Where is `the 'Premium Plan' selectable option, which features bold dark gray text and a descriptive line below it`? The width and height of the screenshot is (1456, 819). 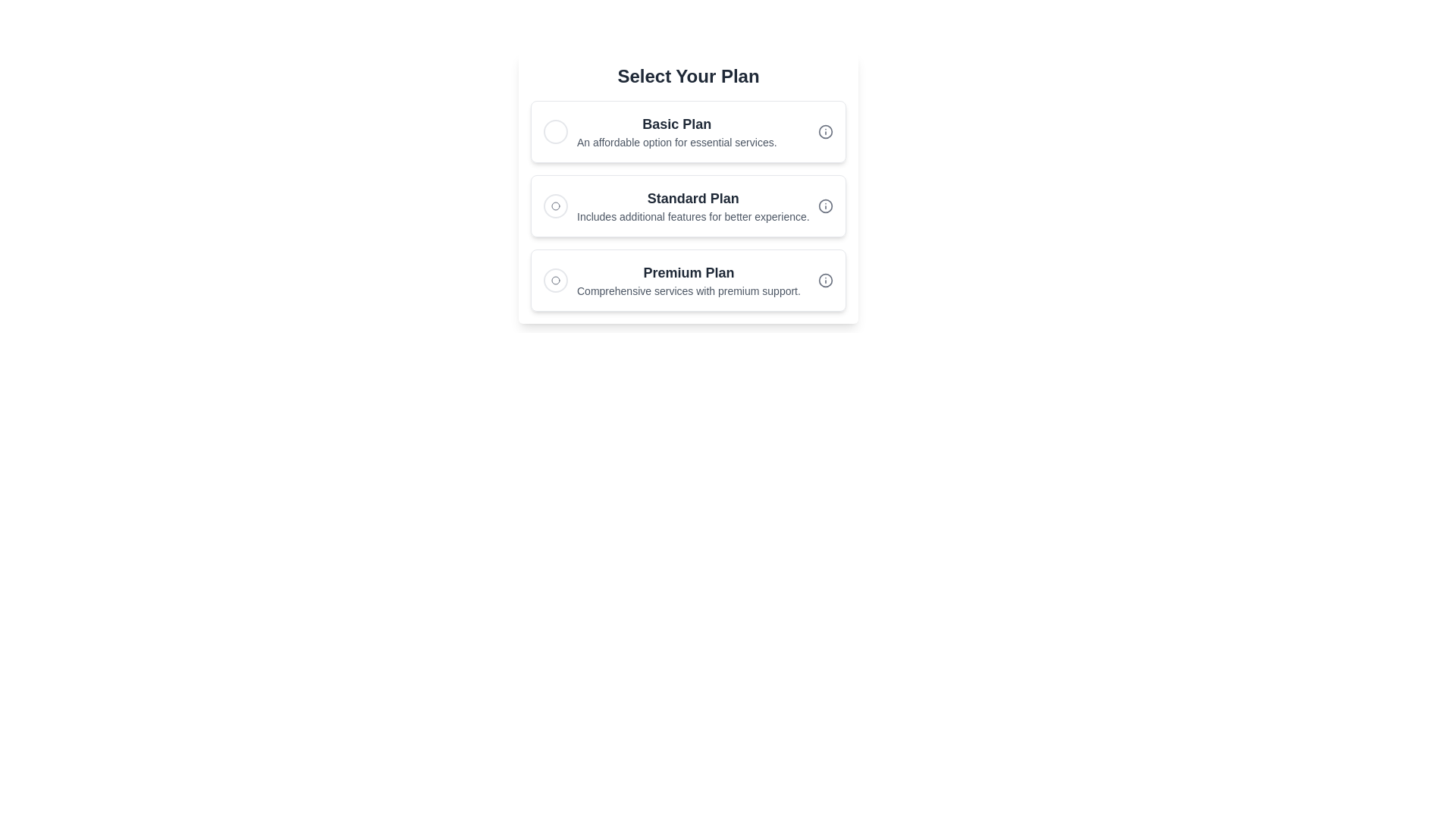
the 'Premium Plan' selectable option, which features bold dark gray text and a descriptive line below it is located at coordinates (688, 281).